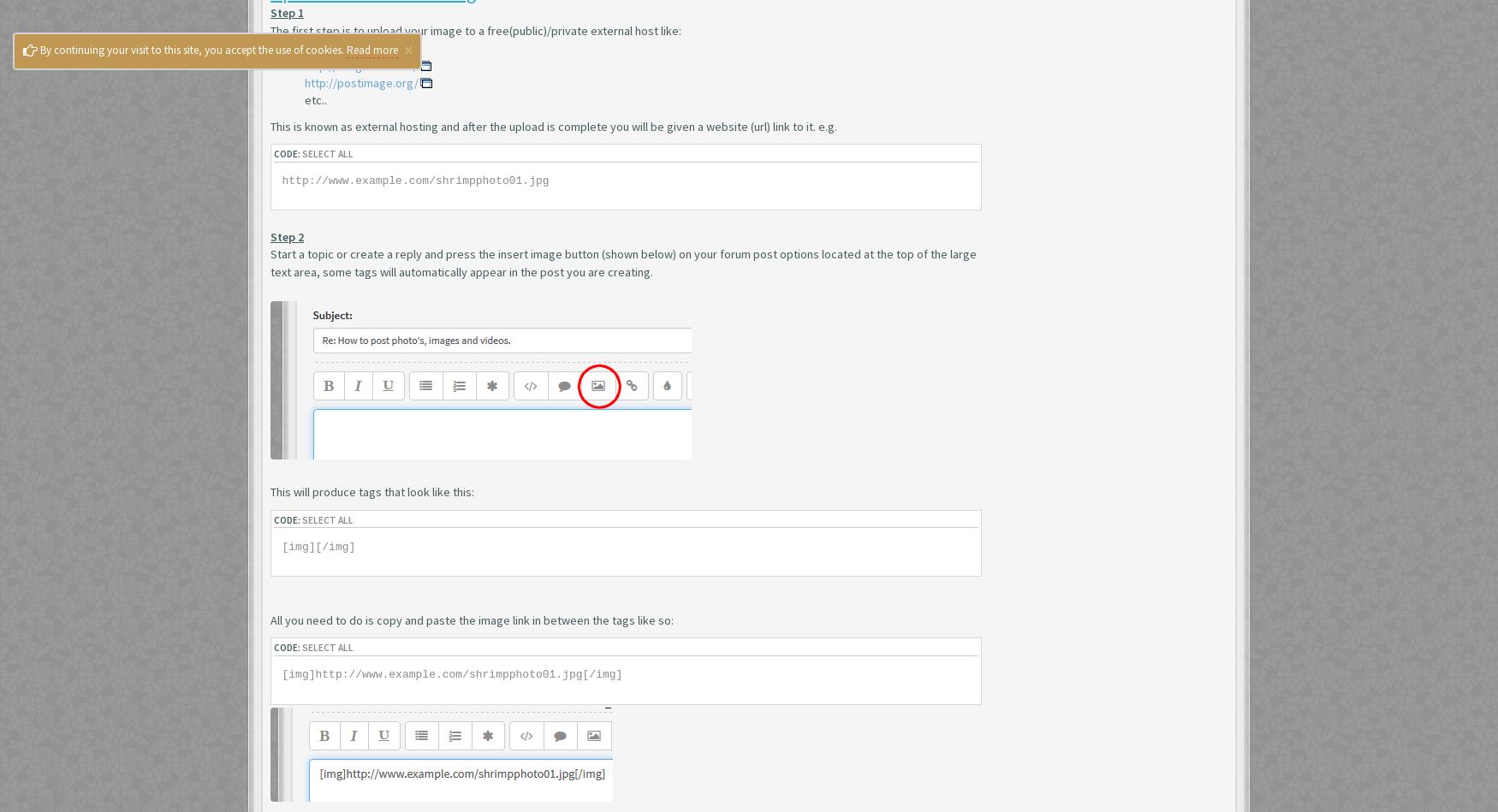  What do you see at coordinates (318, 546) in the screenshot?
I see `'[img][/img]'` at bounding box center [318, 546].